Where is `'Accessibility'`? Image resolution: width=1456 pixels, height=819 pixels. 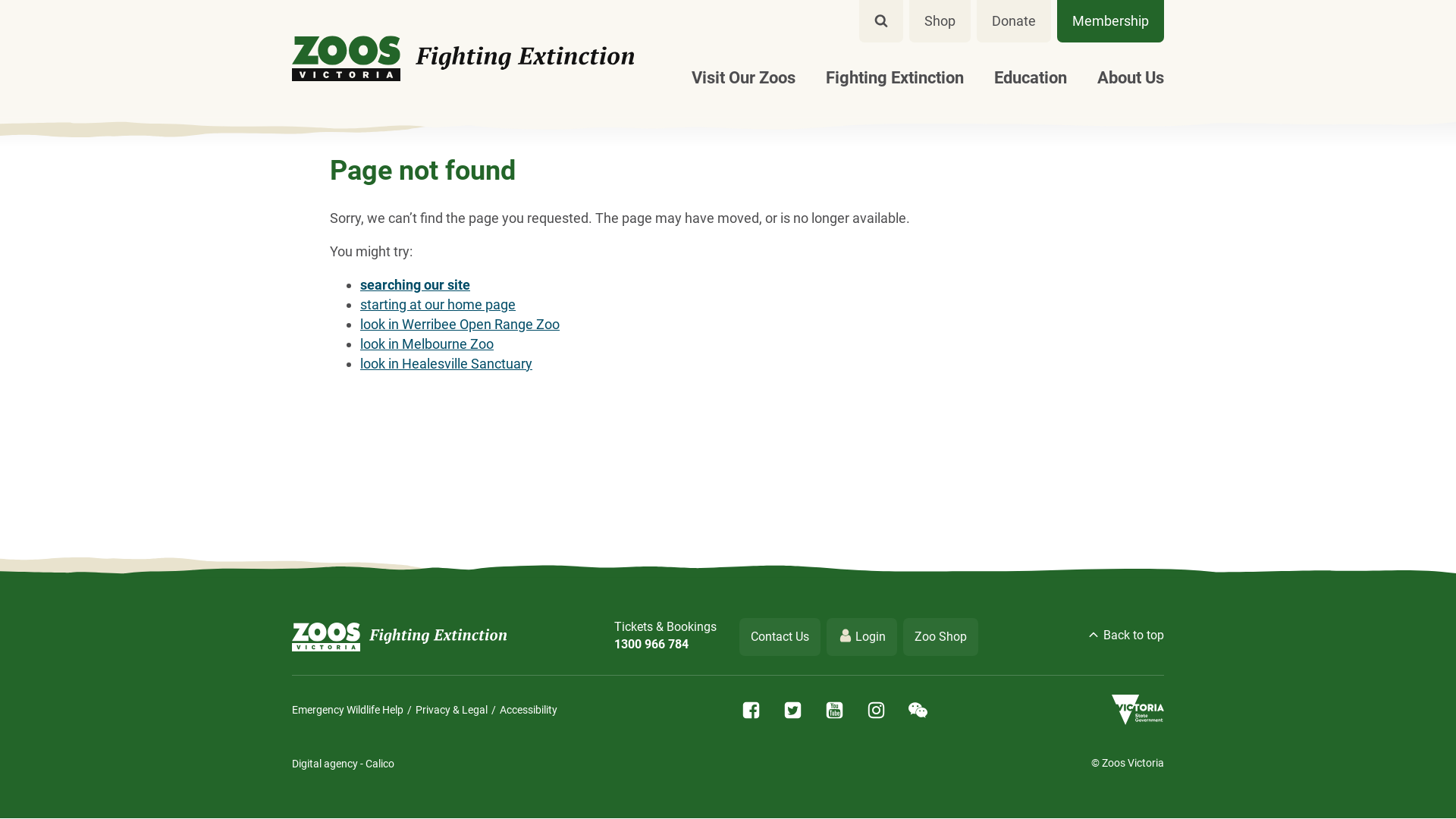
'Accessibility' is located at coordinates (528, 710).